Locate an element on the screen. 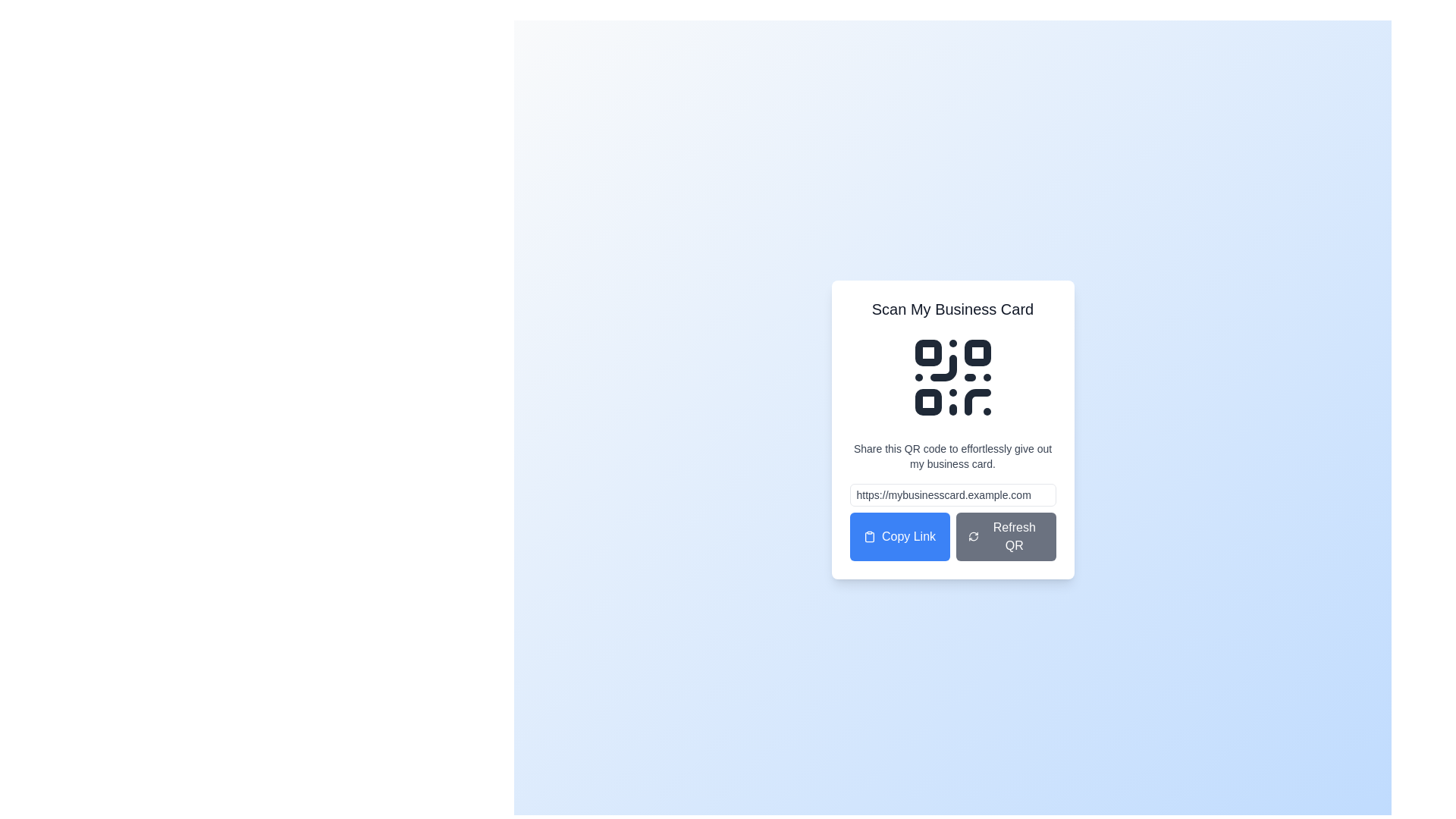 The image size is (1456, 819). the static text label at the top of the card interface indicating QR code sharing for business card information is located at coordinates (952, 309).